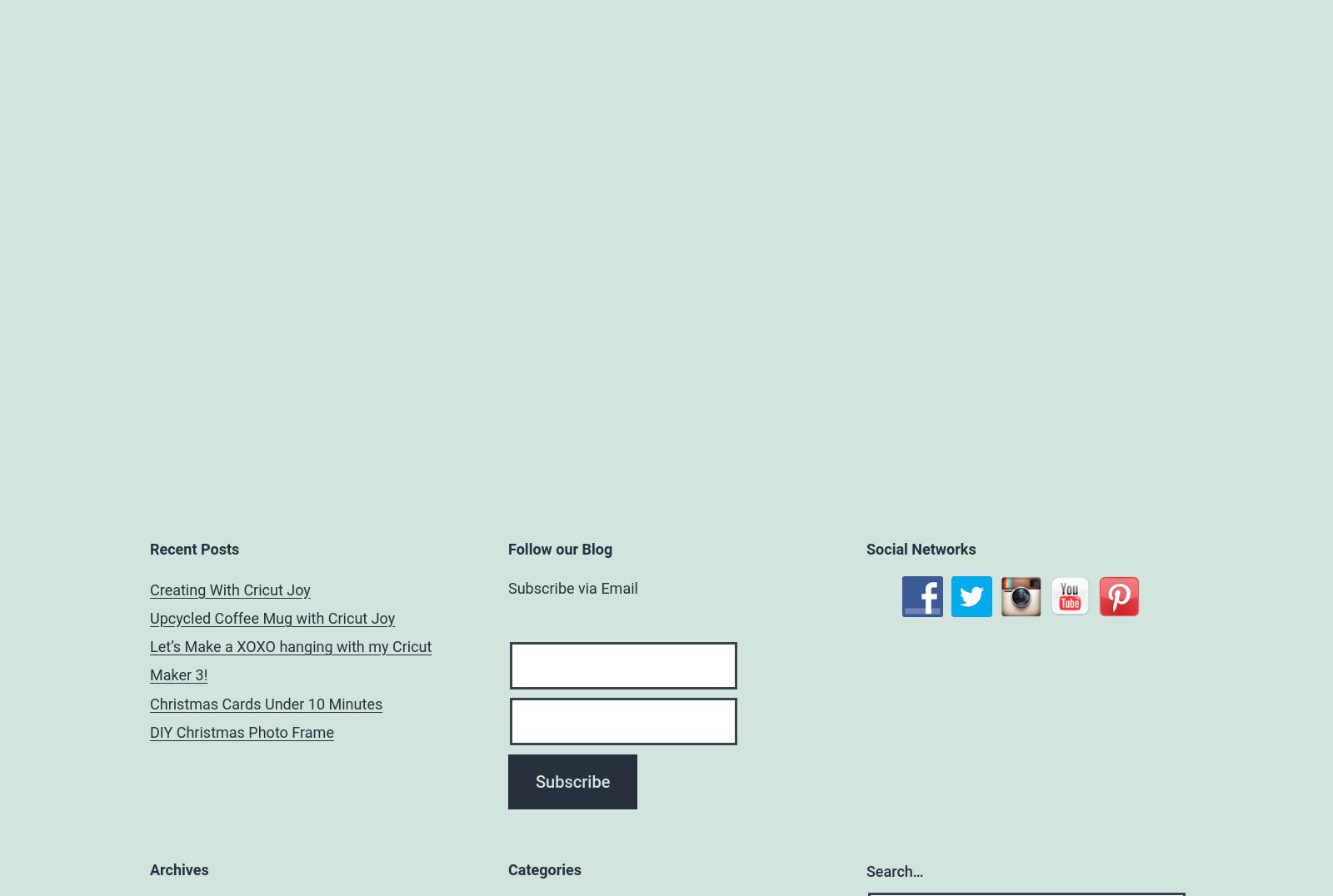  Describe the element at coordinates (921, 547) in the screenshot. I see `'Social Networks'` at that location.